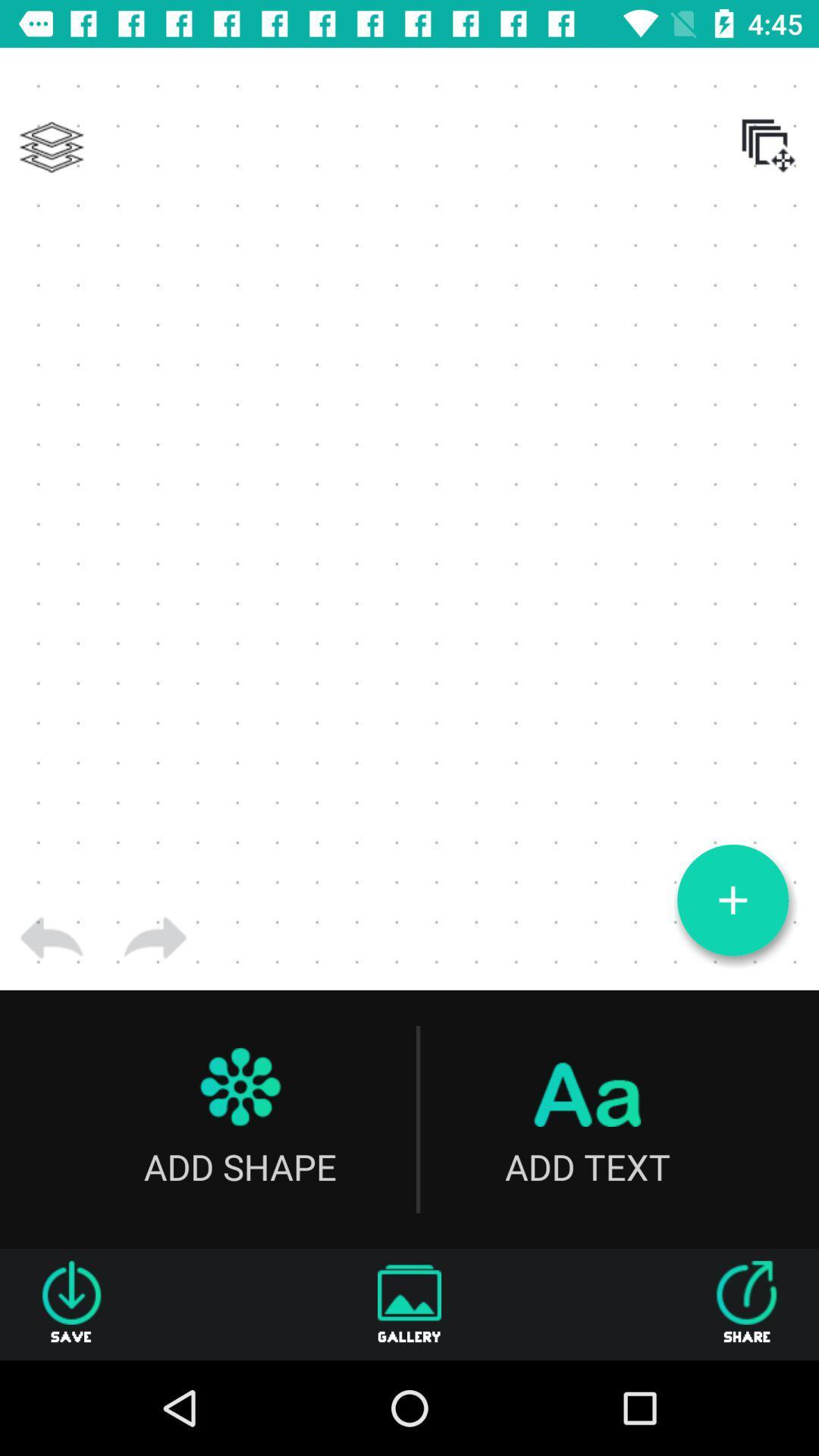 This screenshot has width=819, height=1456. Describe the element at coordinates (51, 147) in the screenshot. I see `the layers icon` at that location.